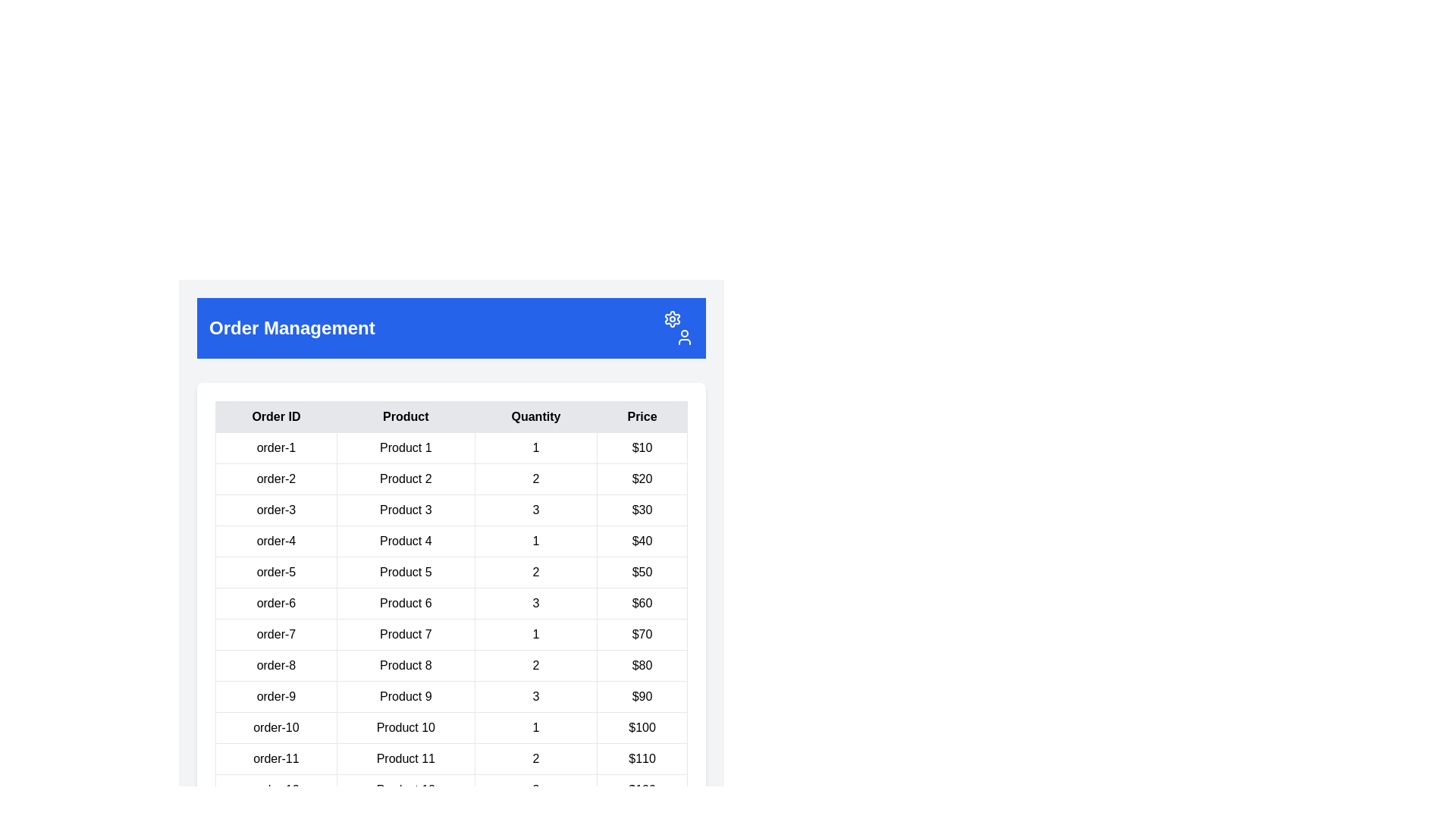  I want to click on the table cell containing the text 'Product 6' in the 'Order Management' table, which is styled with a white background and black border, so click(406, 602).